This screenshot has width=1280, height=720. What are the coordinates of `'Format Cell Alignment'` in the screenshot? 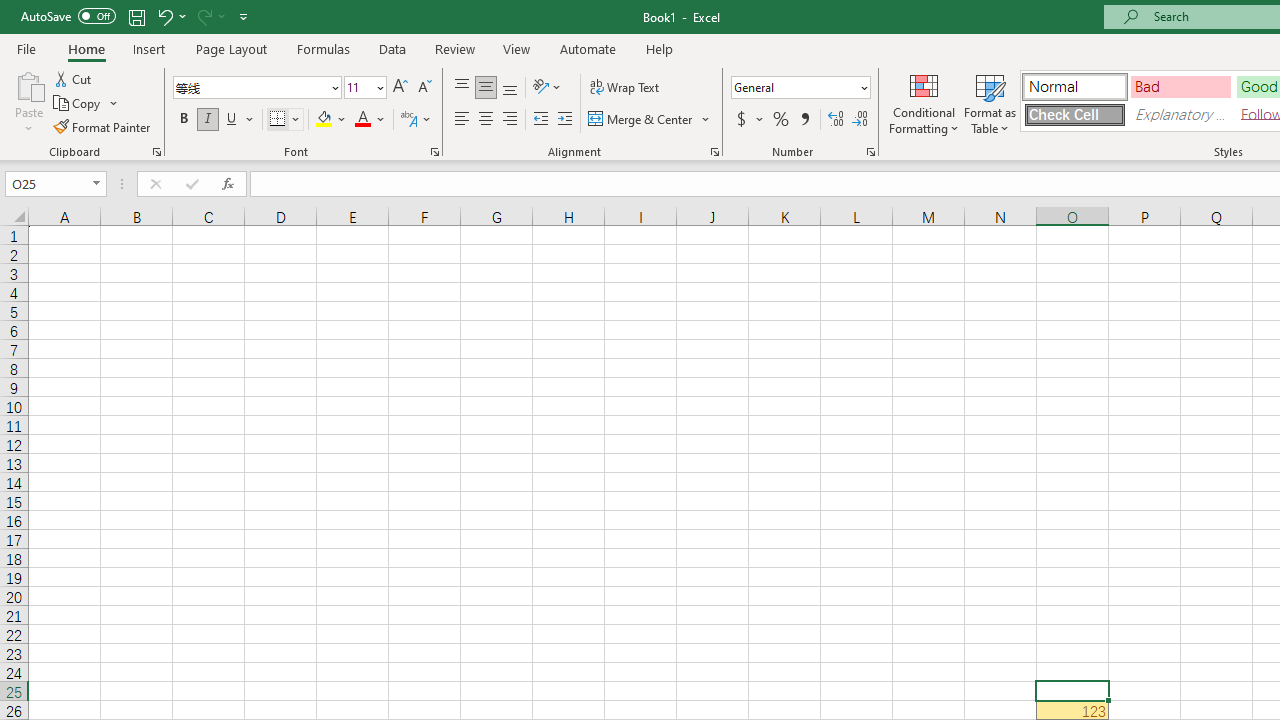 It's located at (714, 150).